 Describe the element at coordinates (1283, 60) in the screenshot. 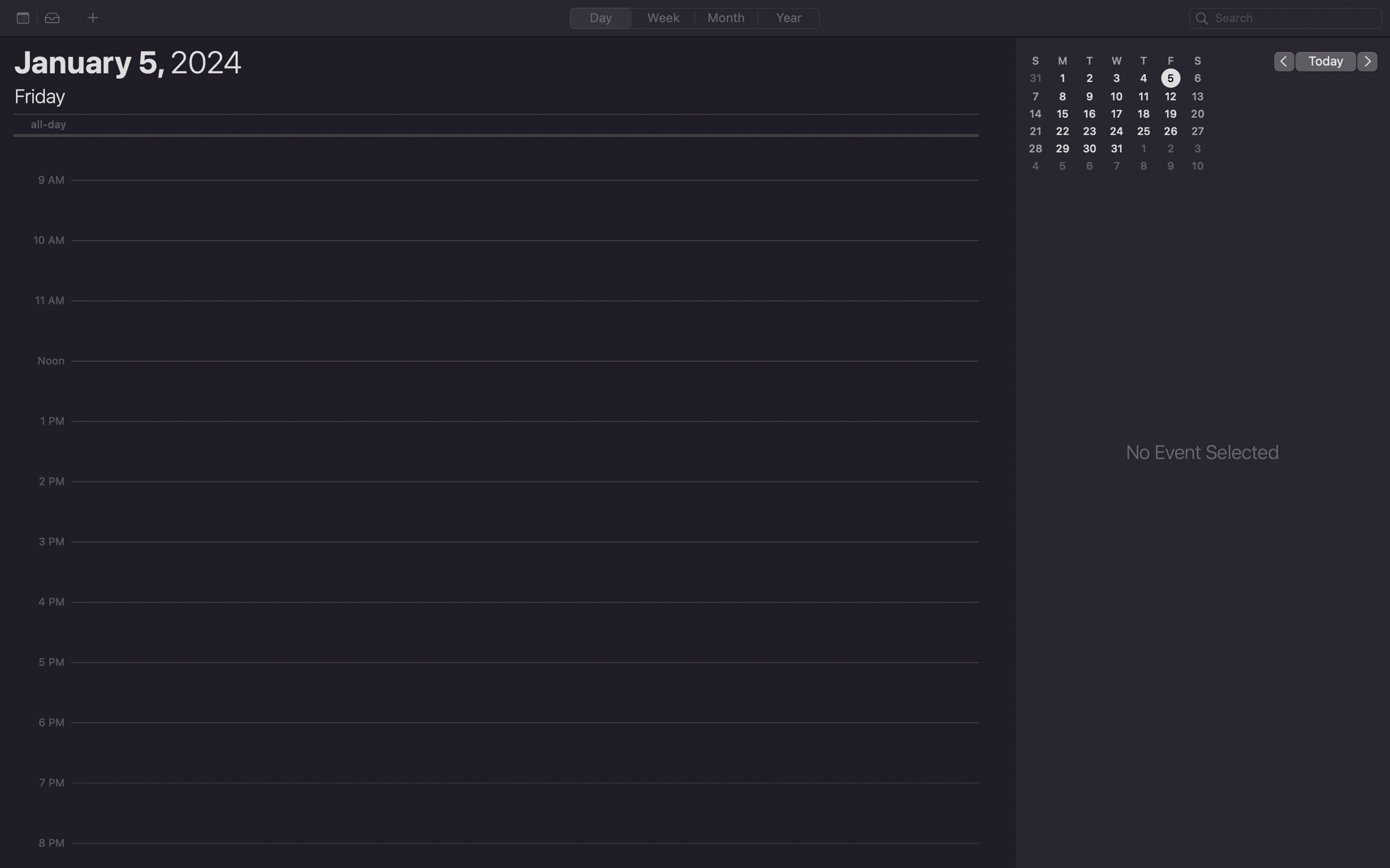

I see `Move to the preceding day in the calendar` at that location.